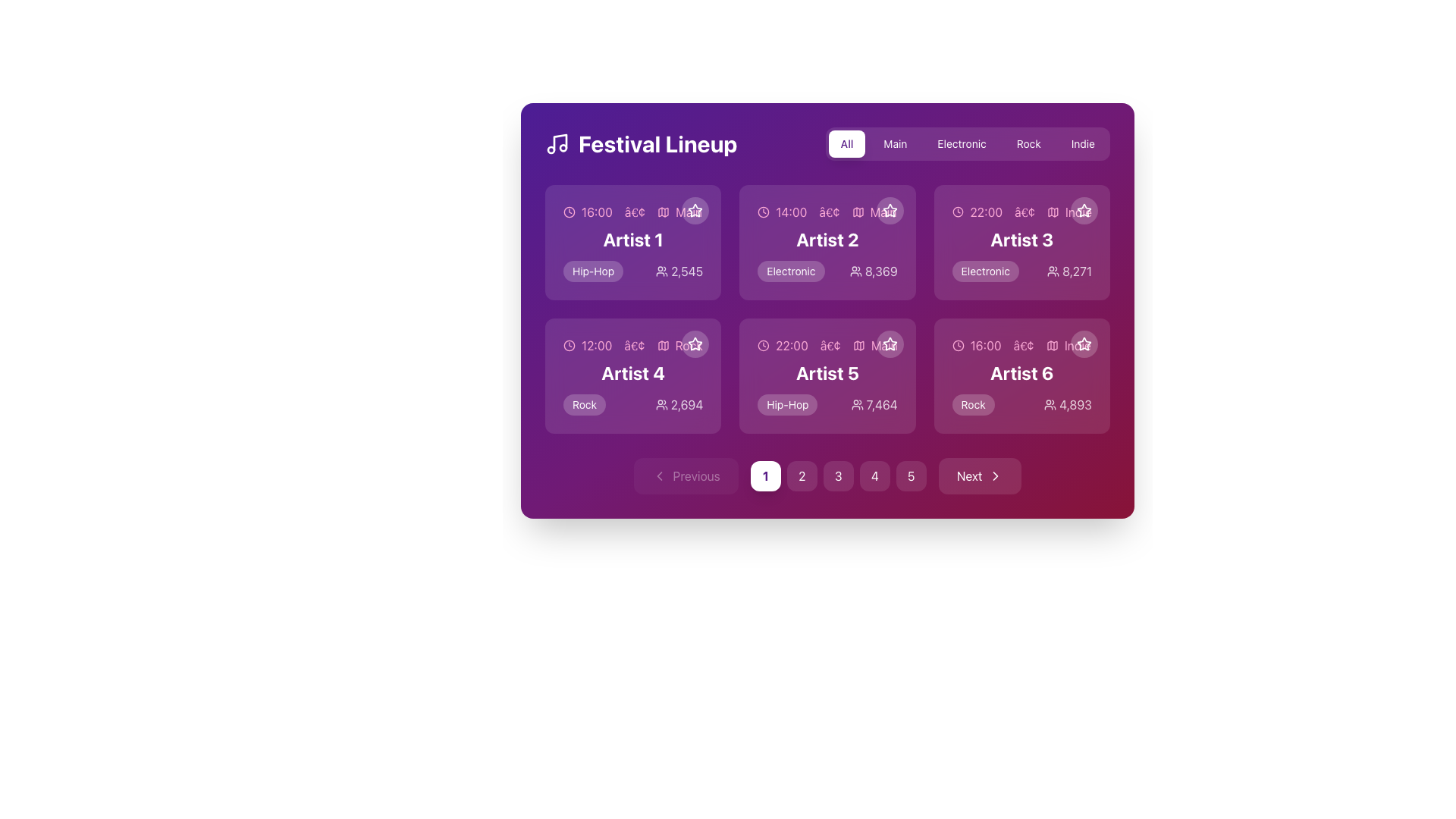 Image resolution: width=1456 pixels, height=819 pixels. I want to click on the chevron icon embedded within the next button located at the bottom right of the interface, so click(996, 475).